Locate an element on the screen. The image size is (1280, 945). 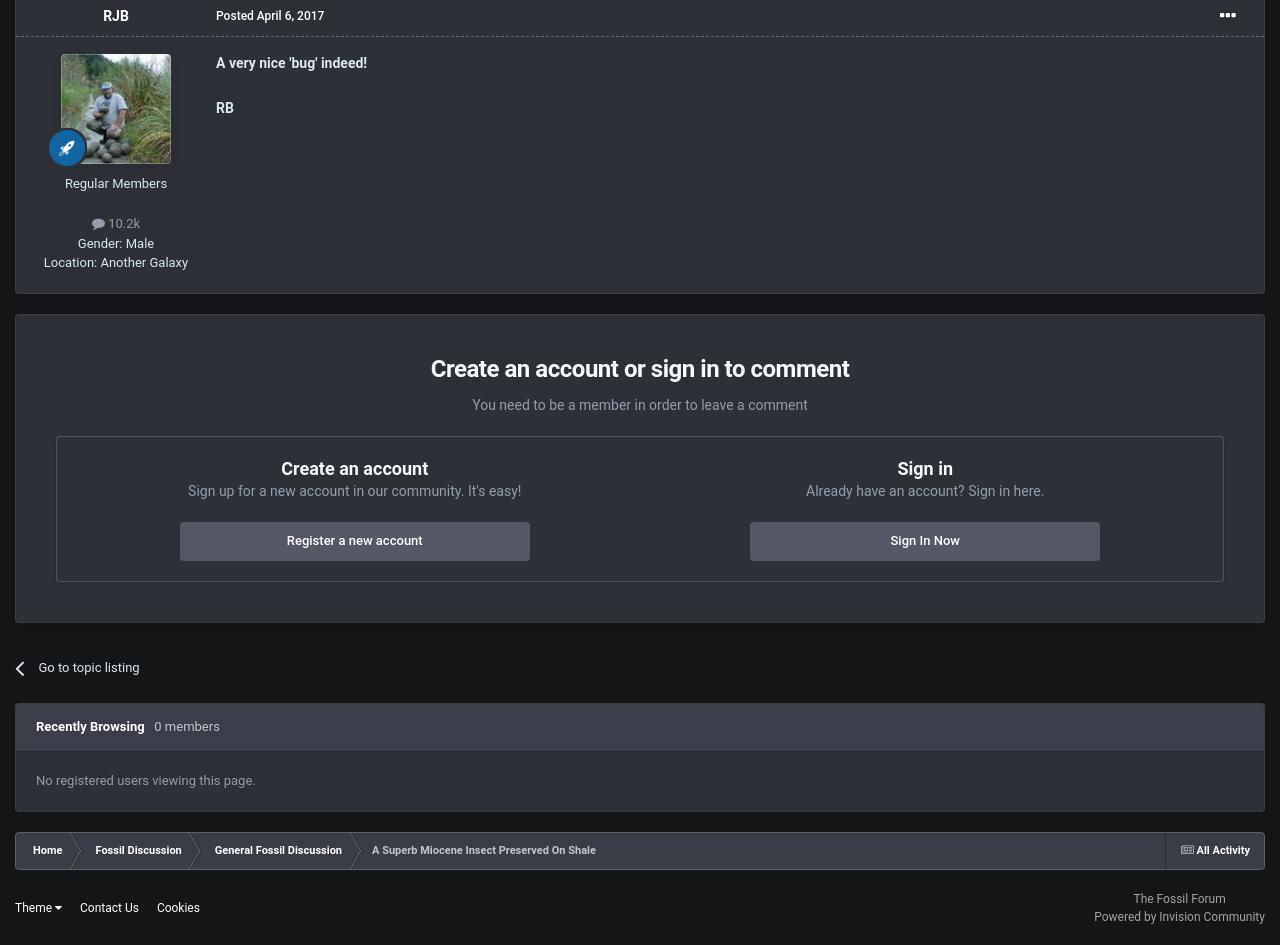
'Register a new account' is located at coordinates (284, 540).